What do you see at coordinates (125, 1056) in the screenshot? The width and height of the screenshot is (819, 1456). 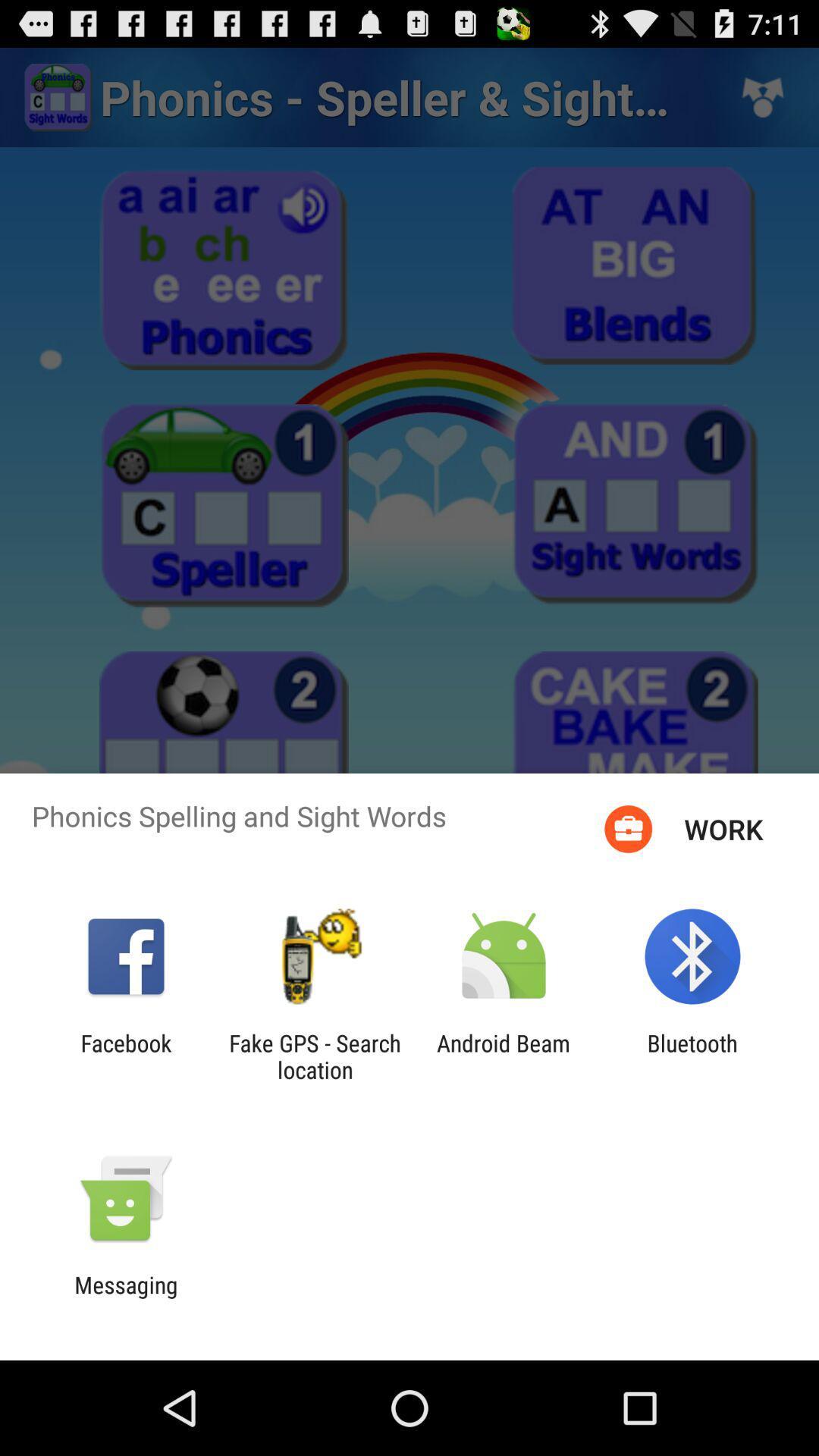 I see `facebook item` at bounding box center [125, 1056].